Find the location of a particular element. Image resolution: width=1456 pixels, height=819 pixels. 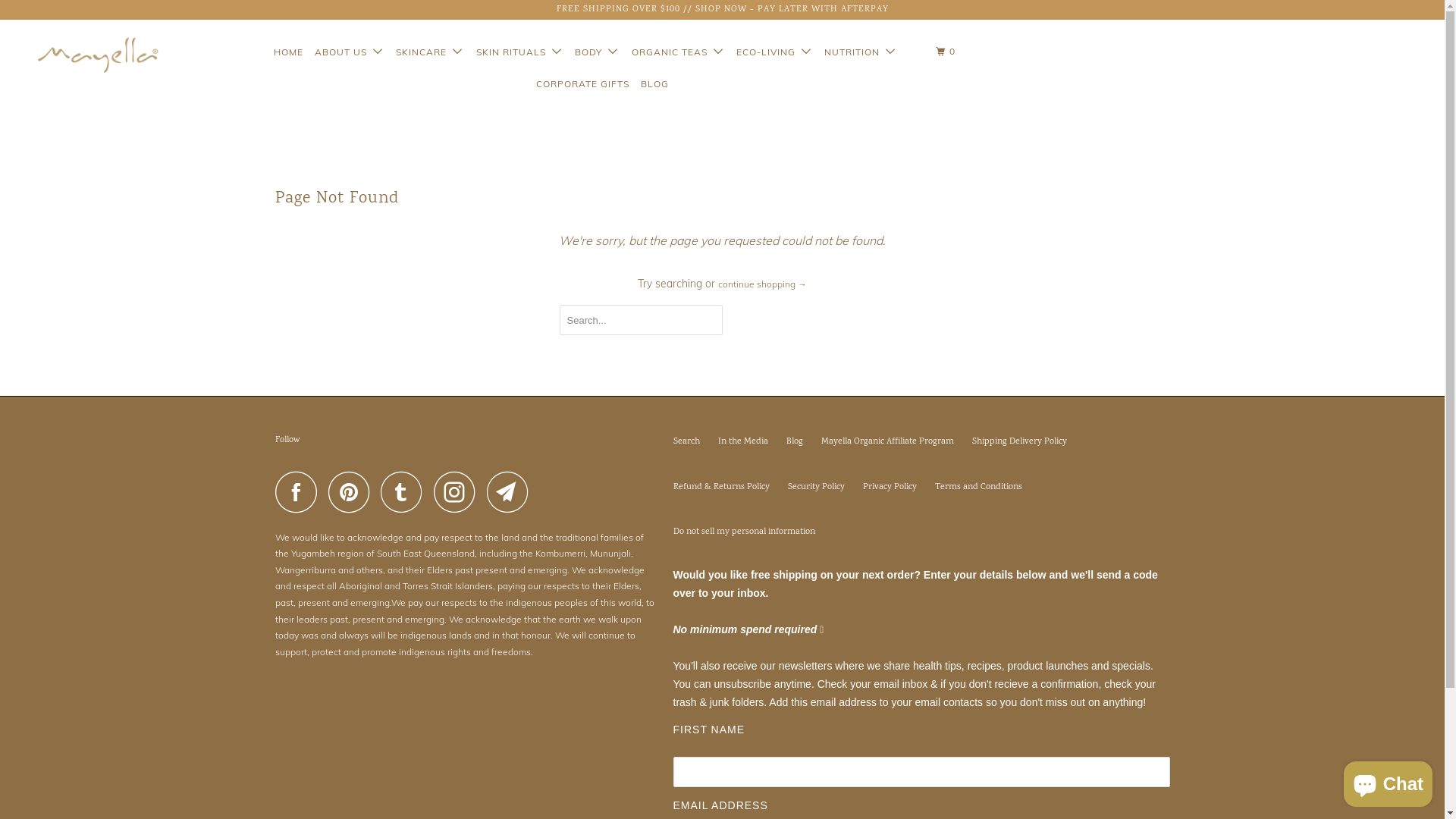

'Shipping Delivery Policy' is located at coordinates (971, 441).